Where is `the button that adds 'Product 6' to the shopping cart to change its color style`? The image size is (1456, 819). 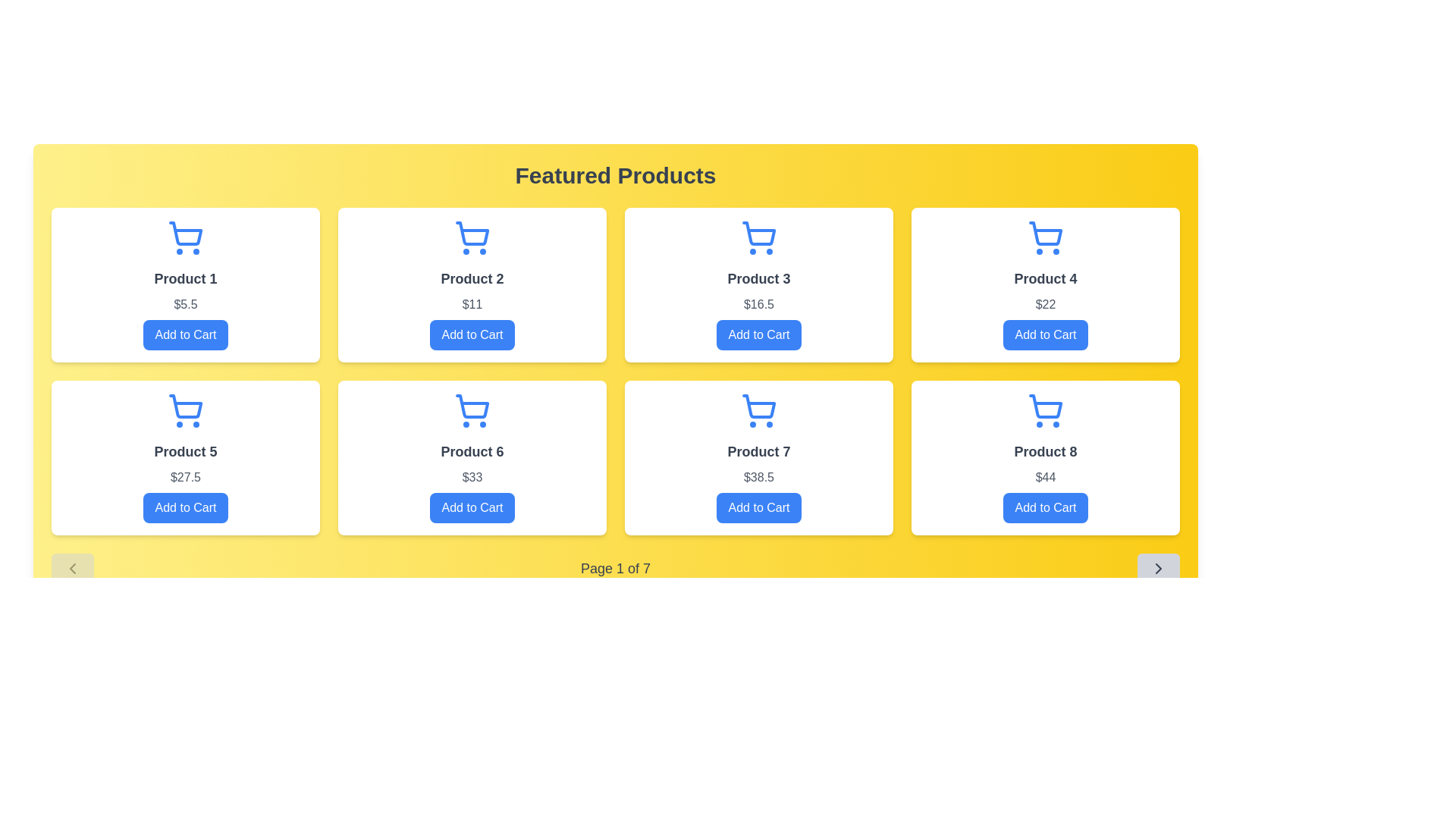 the button that adds 'Product 6' to the shopping cart to change its color style is located at coordinates (472, 508).